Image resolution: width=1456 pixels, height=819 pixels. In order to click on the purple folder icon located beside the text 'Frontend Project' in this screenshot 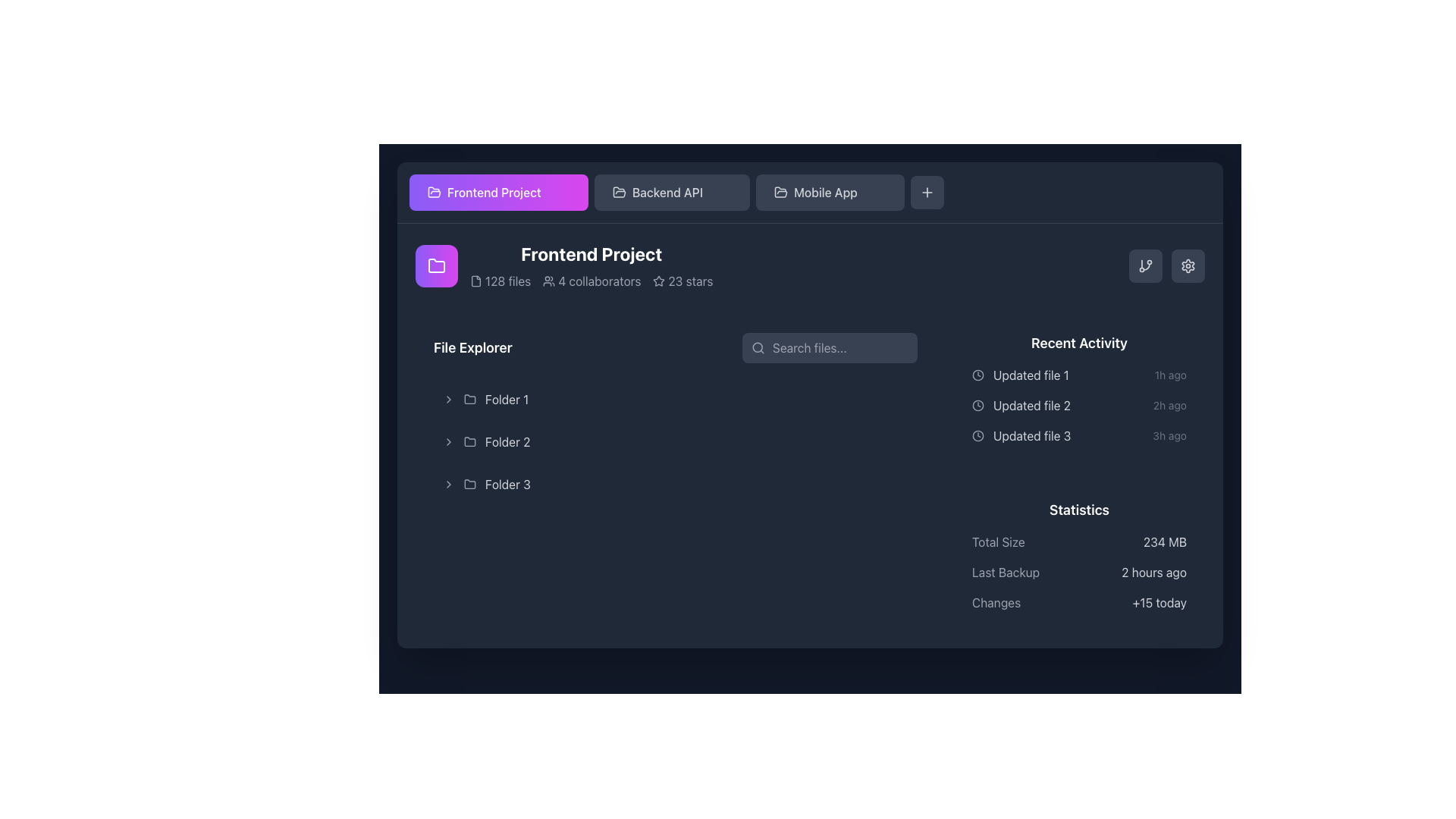, I will do `click(436, 265)`.